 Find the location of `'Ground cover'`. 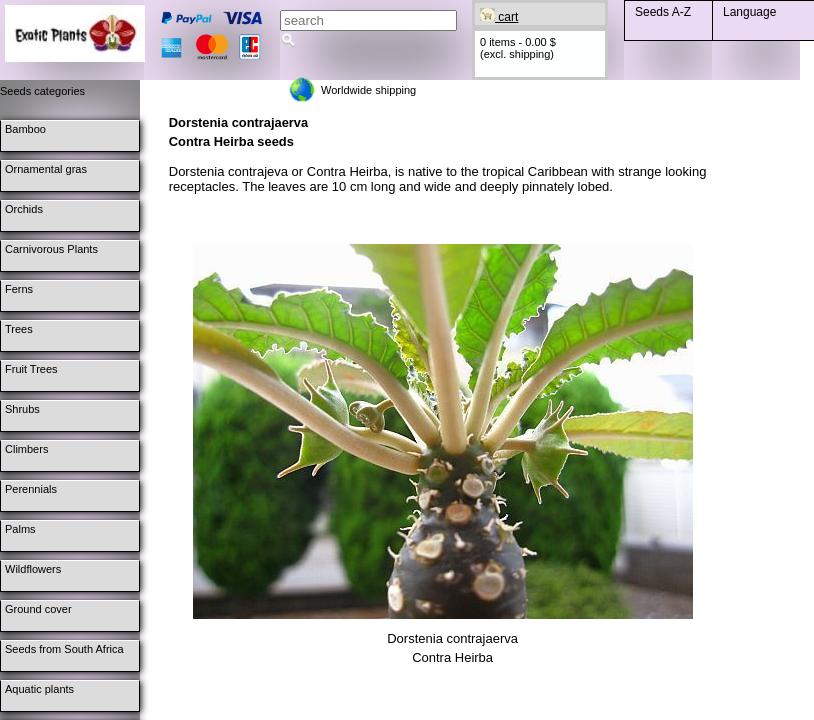

'Ground cover' is located at coordinates (37, 607).